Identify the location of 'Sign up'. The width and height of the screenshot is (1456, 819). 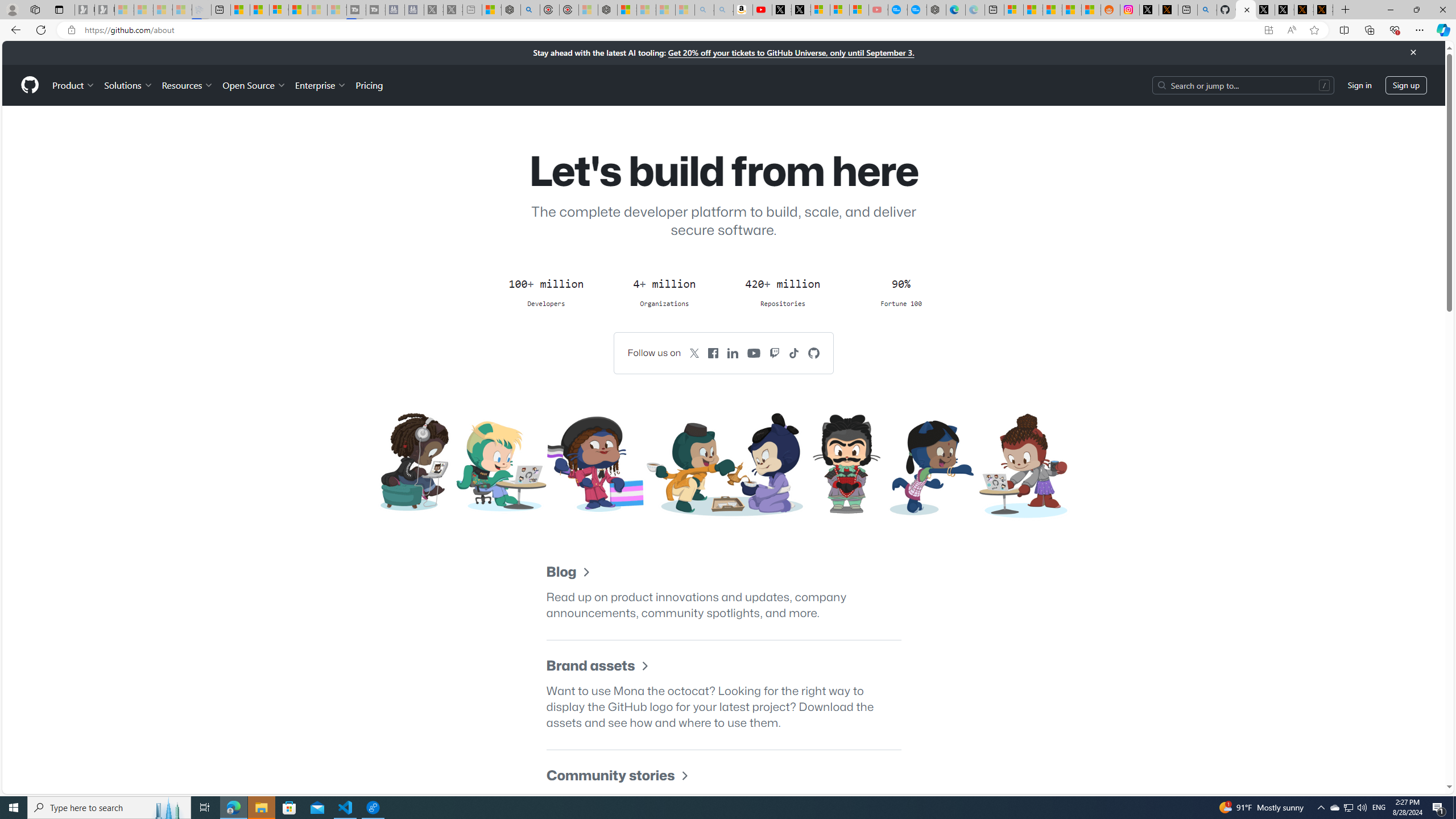
(1405, 85).